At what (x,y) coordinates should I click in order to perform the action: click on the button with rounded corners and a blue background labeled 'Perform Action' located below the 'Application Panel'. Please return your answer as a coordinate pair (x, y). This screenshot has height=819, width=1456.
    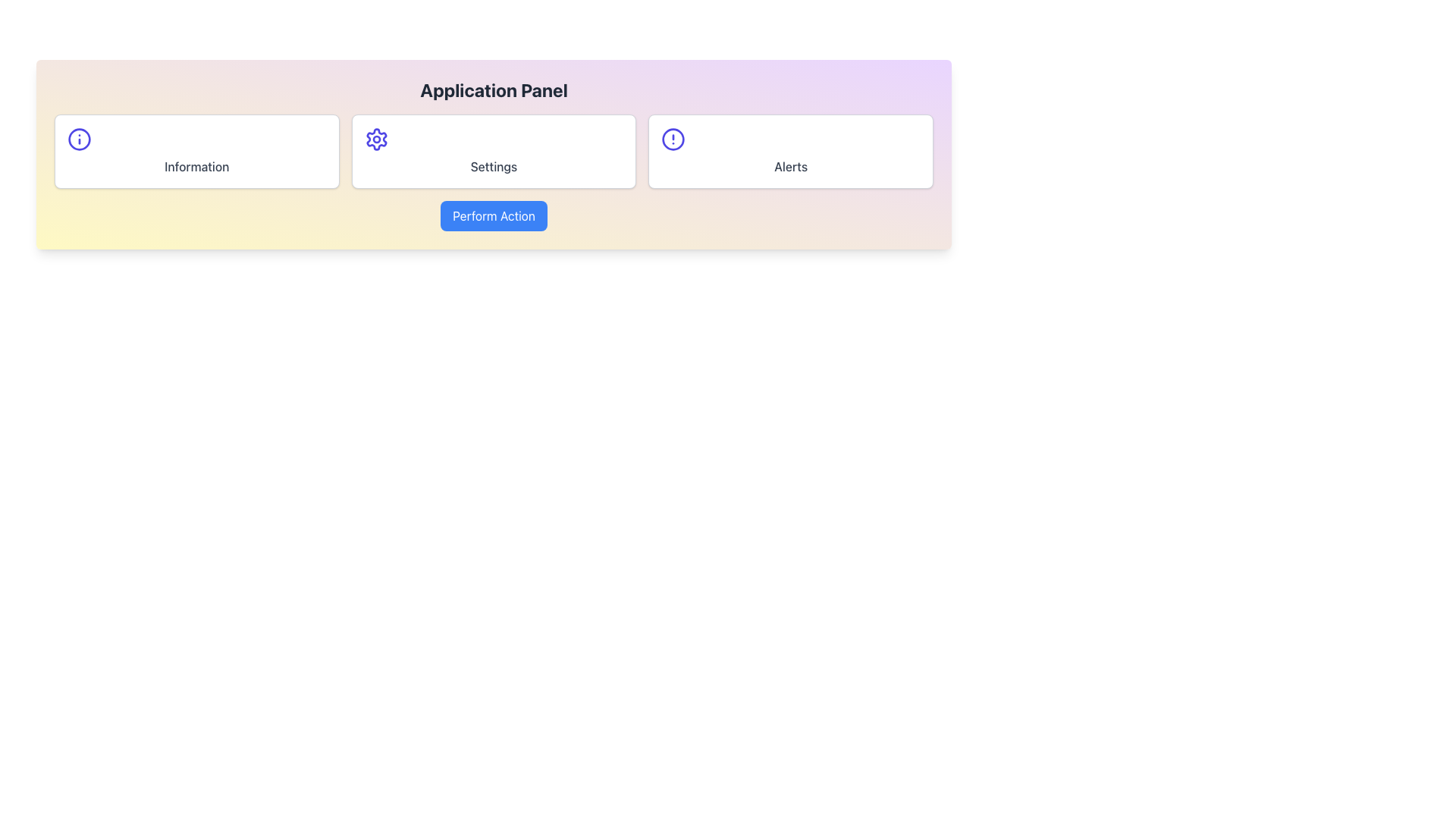
    Looking at the image, I should click on (494, 216).